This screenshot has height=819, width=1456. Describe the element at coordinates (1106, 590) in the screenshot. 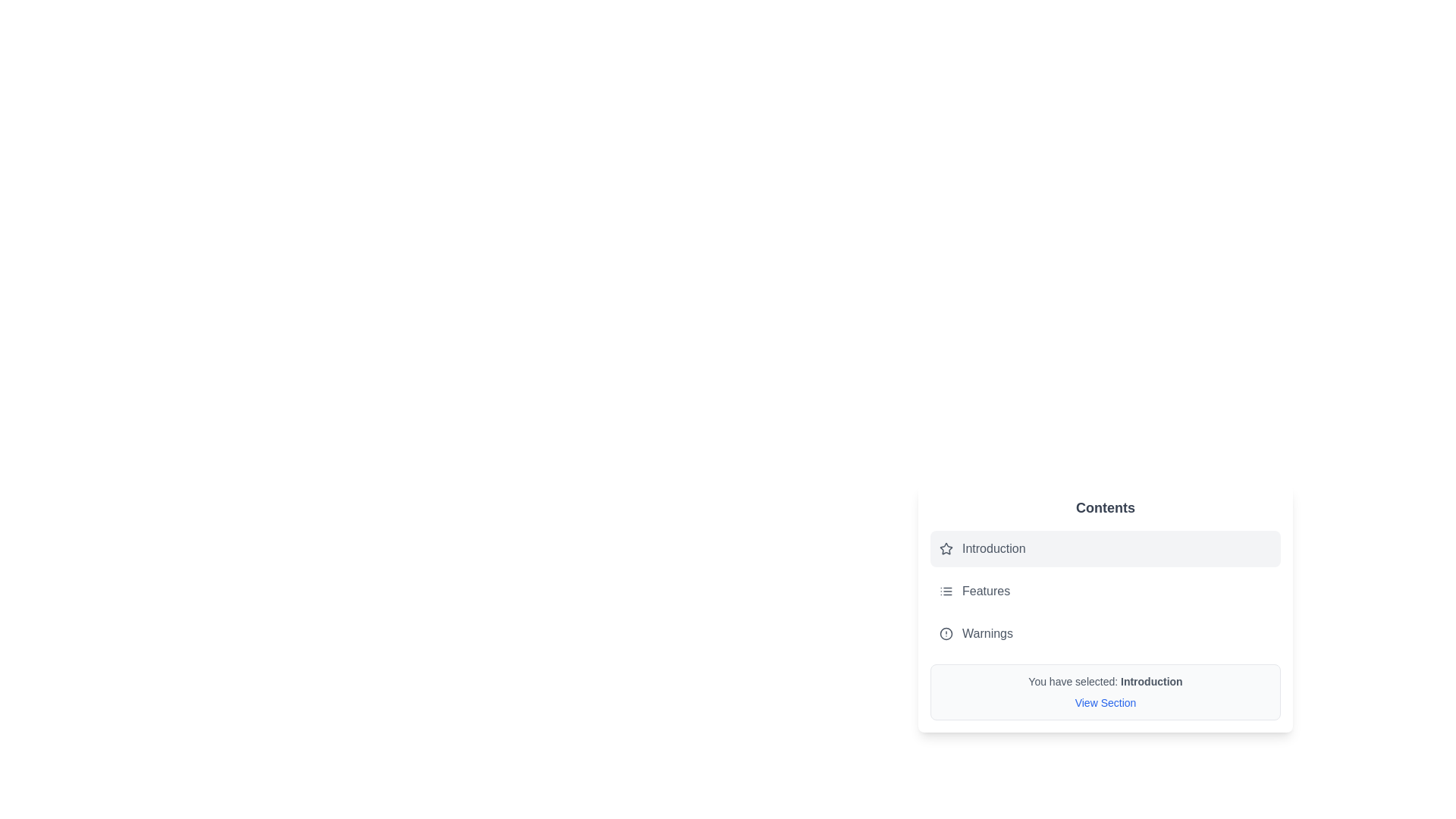

I see `the highlighted 'Features' list item in the vertical navigation list using keyboard navigation` at that location.